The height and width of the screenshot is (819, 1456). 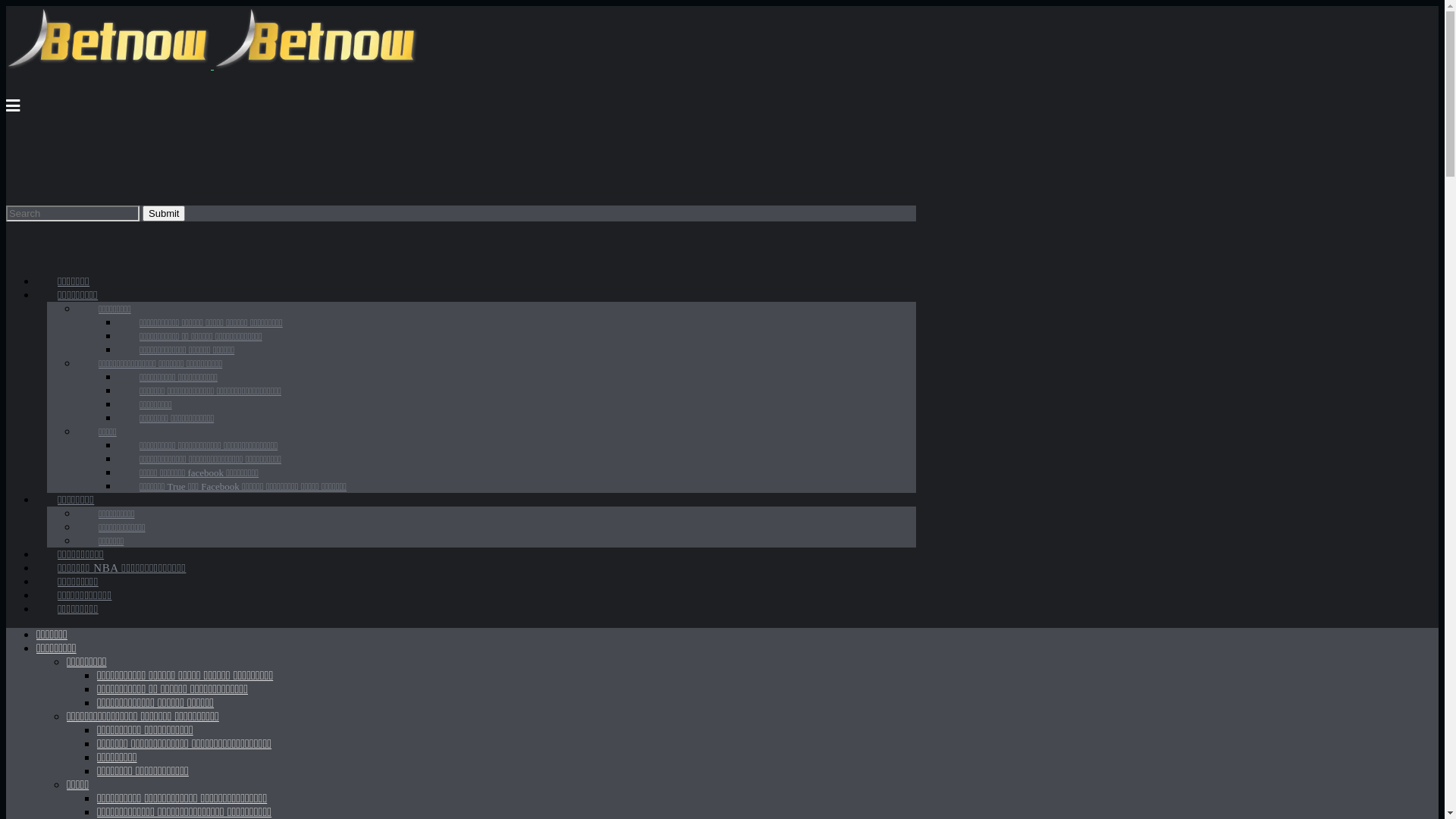 I want to click on 'Submit', so click(x=142, y=212).